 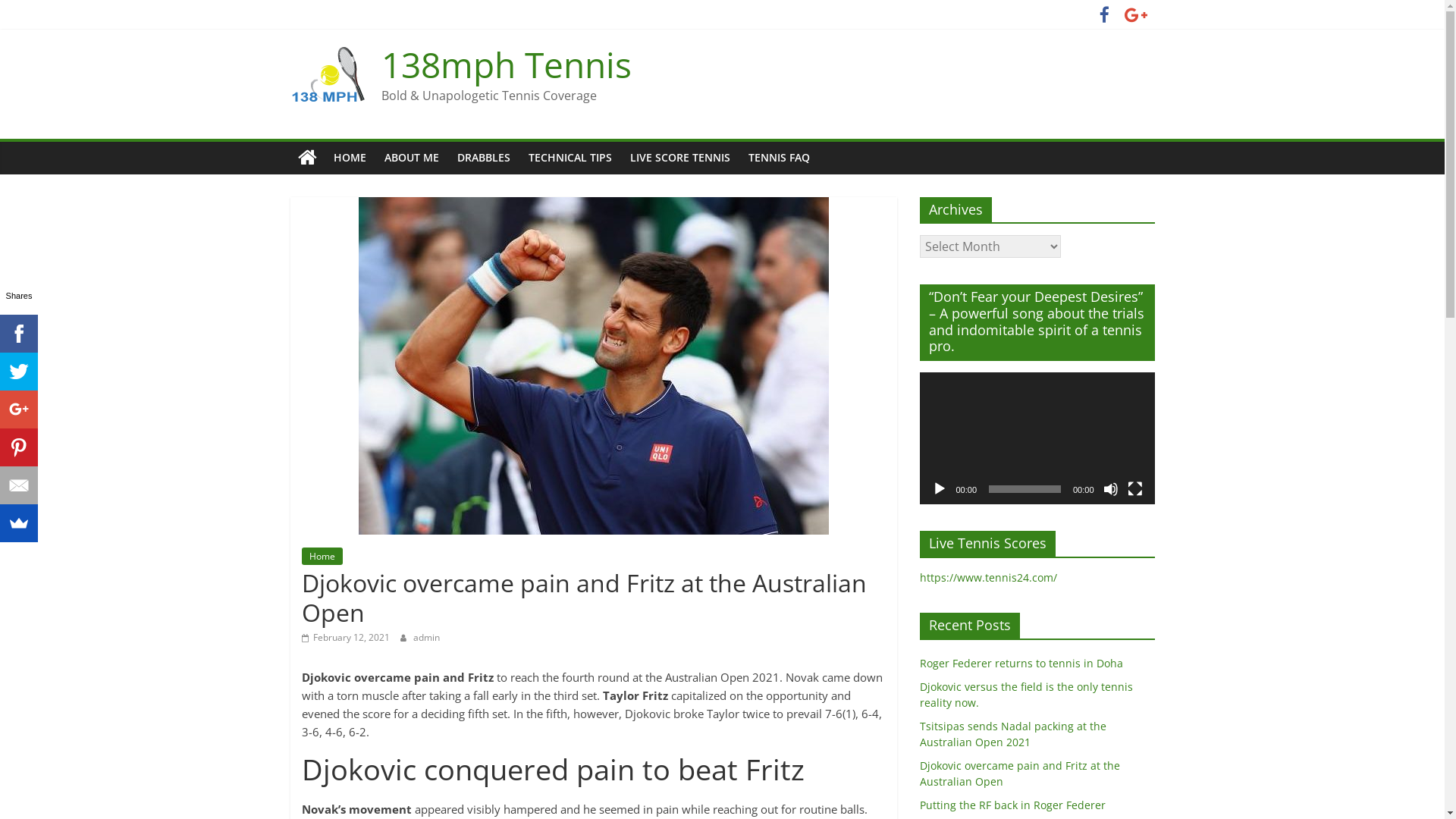 I want to click on 'Djokovic versus the field is the only tennis reality now.', so click(x=1025, y=694).